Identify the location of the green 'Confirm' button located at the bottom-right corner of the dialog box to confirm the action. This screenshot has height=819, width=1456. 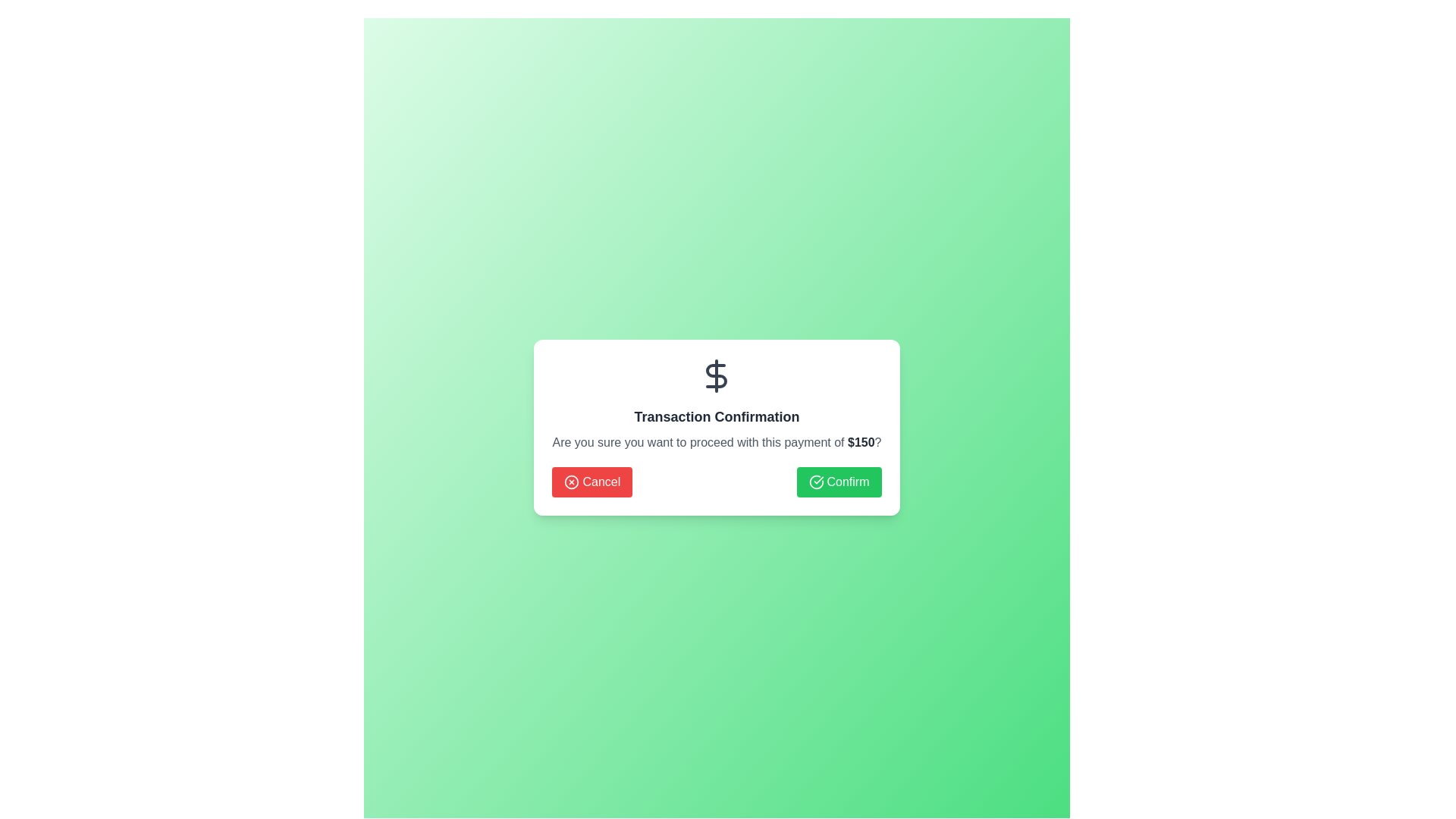
(838, 482).